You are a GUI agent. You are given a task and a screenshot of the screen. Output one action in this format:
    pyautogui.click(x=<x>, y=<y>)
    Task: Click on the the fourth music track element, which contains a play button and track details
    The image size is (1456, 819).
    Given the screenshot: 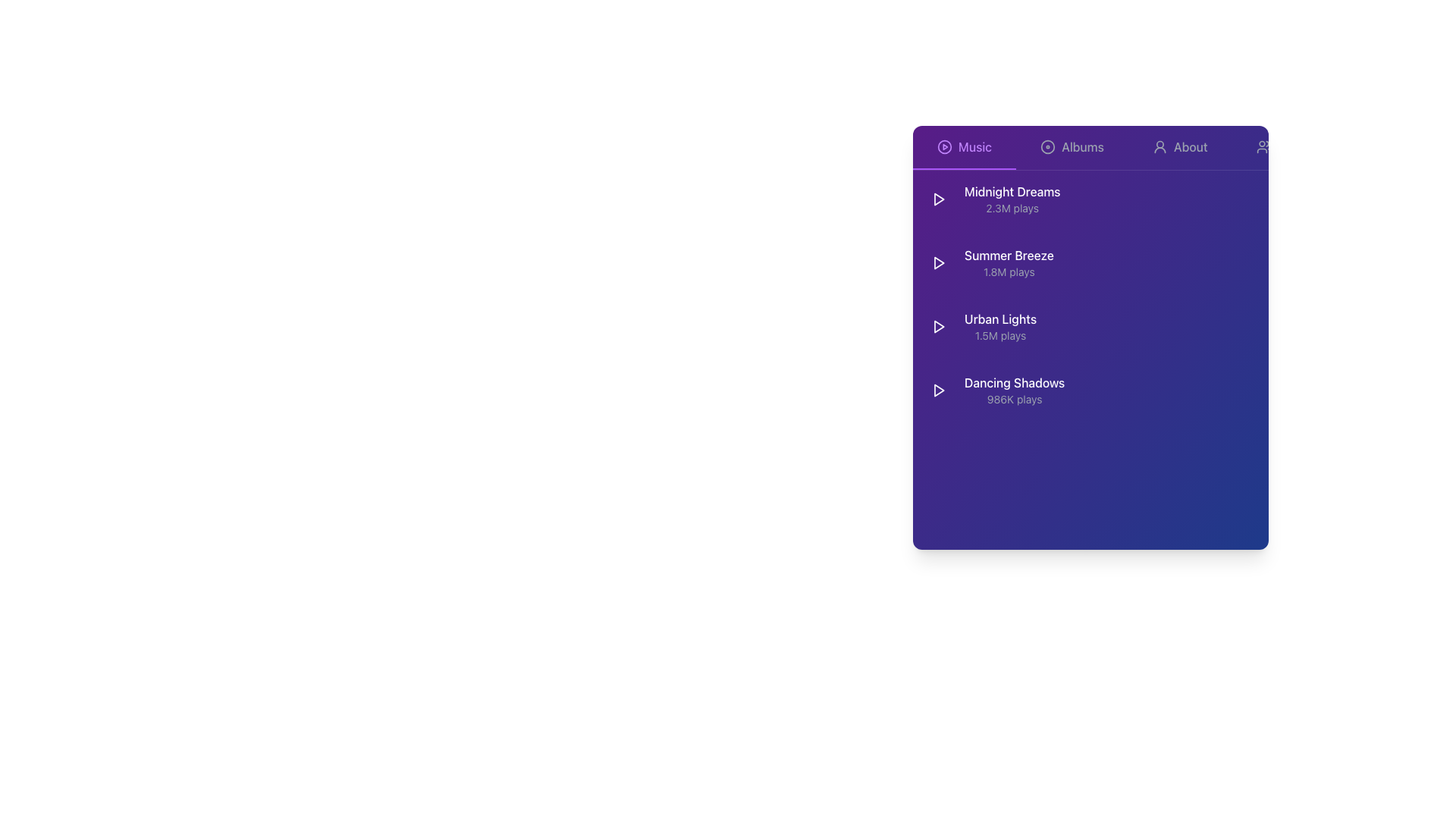 What is the action you would take?
    pyautogui.click(x=995, y=390)
    